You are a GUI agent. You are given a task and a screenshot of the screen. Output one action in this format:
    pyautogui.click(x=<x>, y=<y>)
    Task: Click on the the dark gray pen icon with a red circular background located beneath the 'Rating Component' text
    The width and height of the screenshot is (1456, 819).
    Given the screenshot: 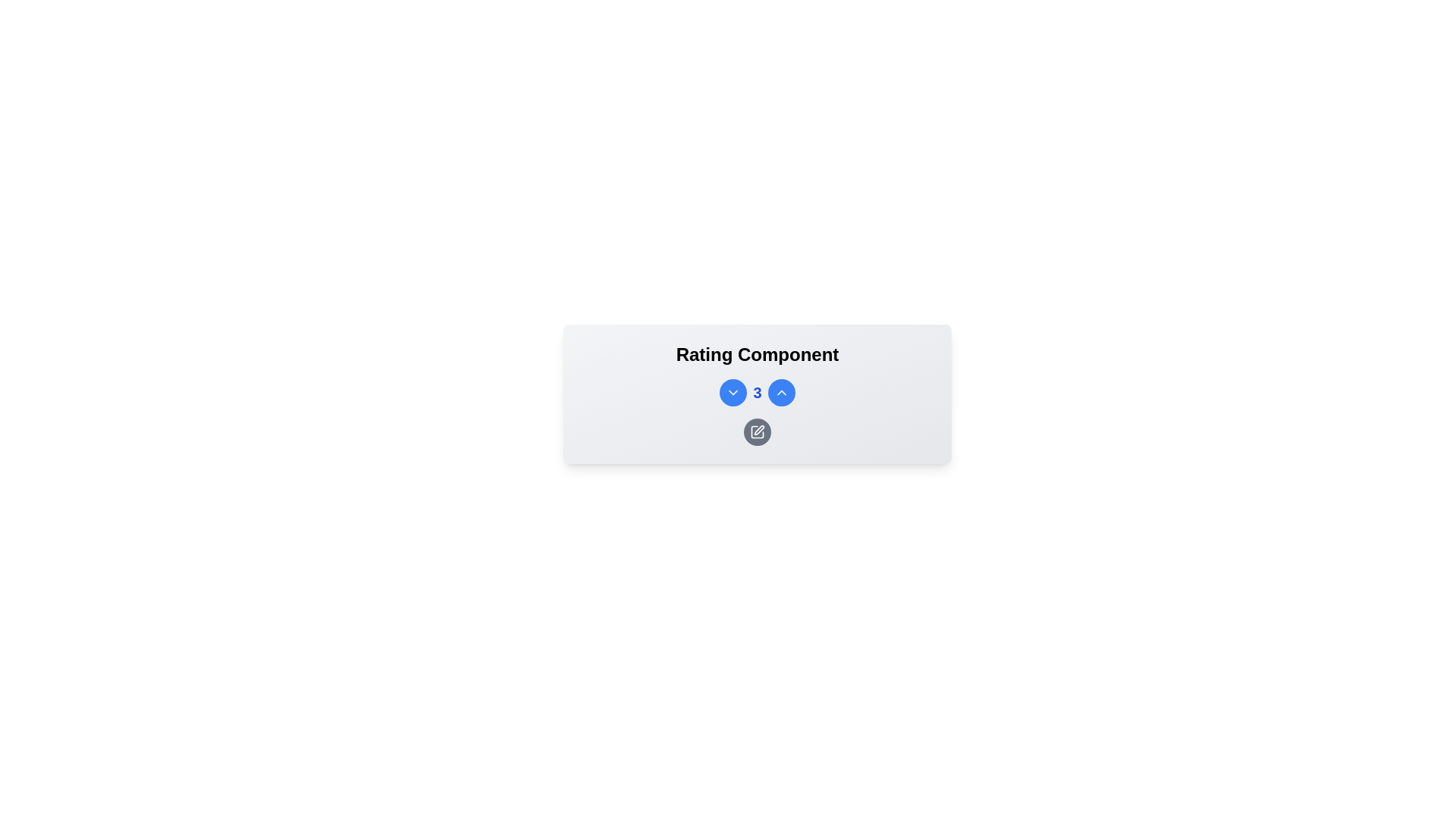 What is the action you would take?
    pyautogui.click(x=757, y=432)
    